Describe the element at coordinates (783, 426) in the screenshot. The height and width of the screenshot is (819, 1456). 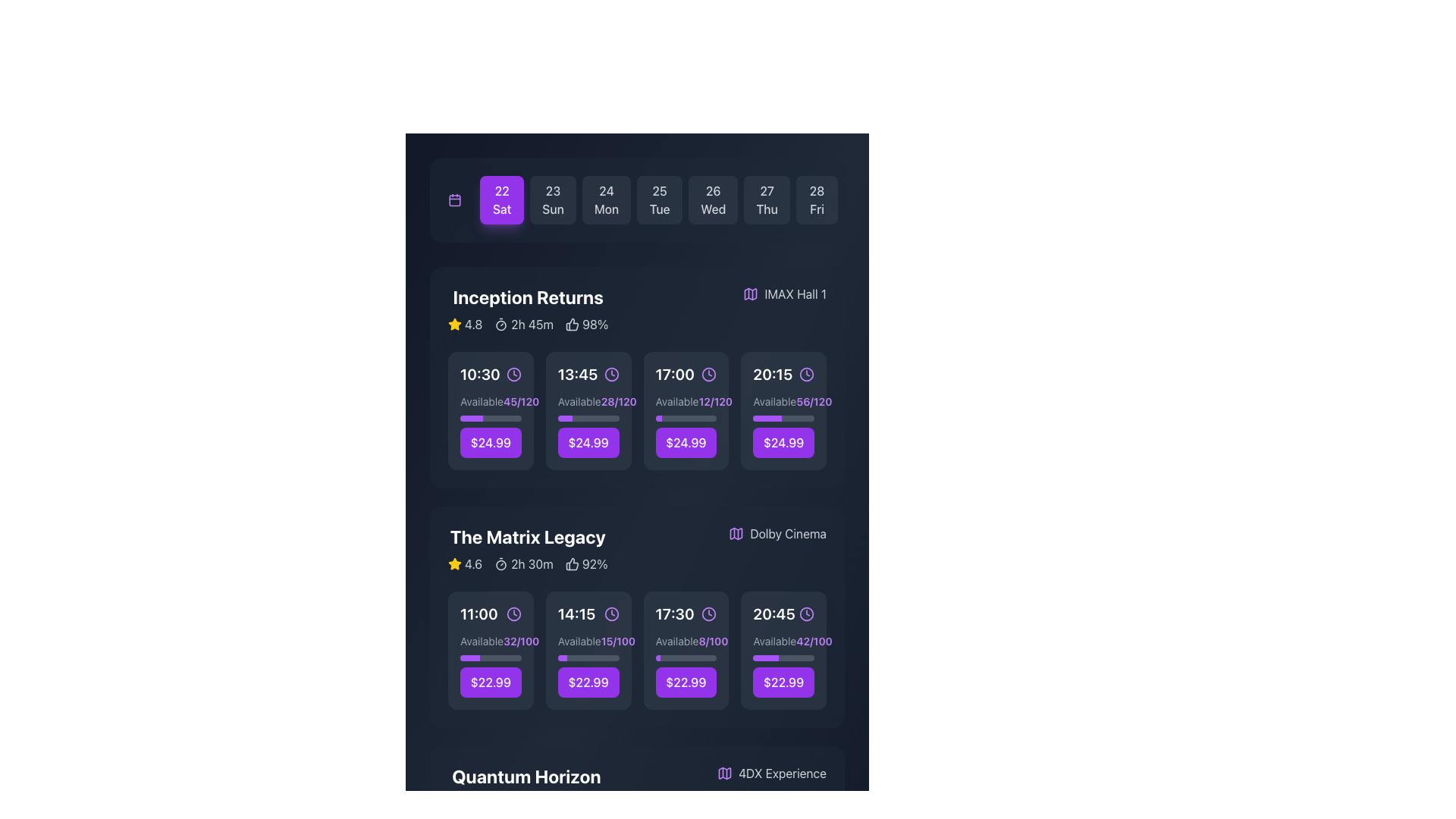
I see `the progress bar in the 'Inception Returns' group for the time slot '20:15'` at that location.